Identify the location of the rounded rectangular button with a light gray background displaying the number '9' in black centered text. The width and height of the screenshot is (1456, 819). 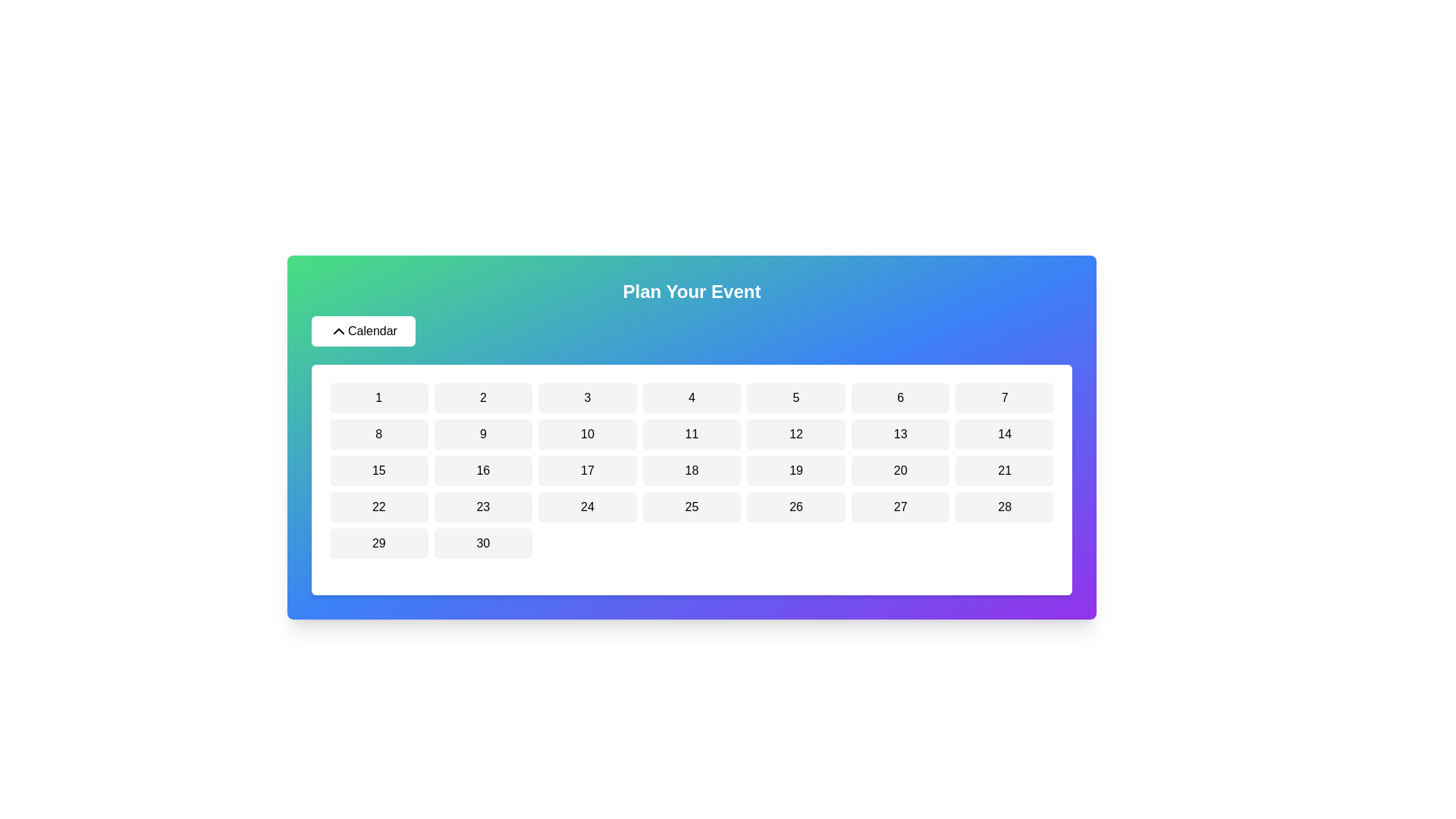
(482, 435).